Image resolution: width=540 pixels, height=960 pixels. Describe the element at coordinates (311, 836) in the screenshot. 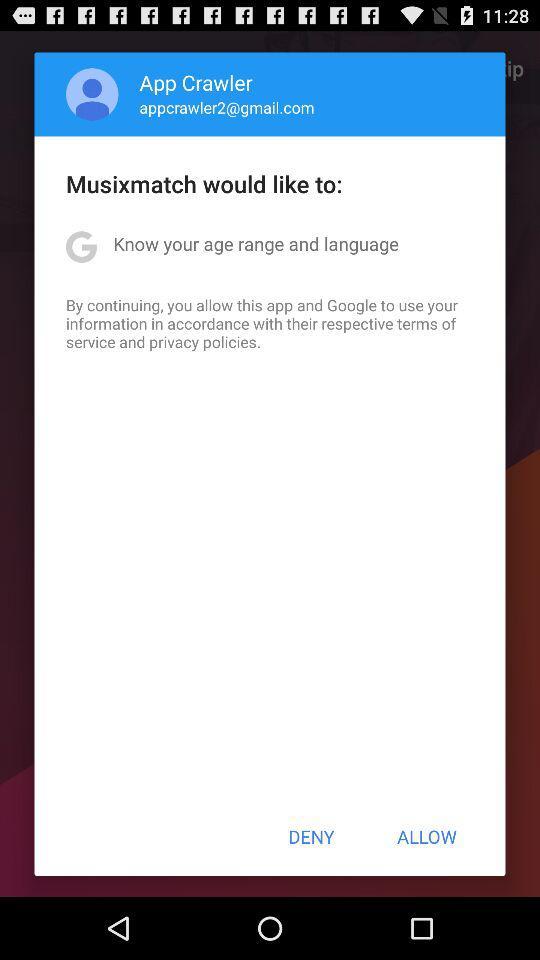

I see `deny at the bottom` at that location.